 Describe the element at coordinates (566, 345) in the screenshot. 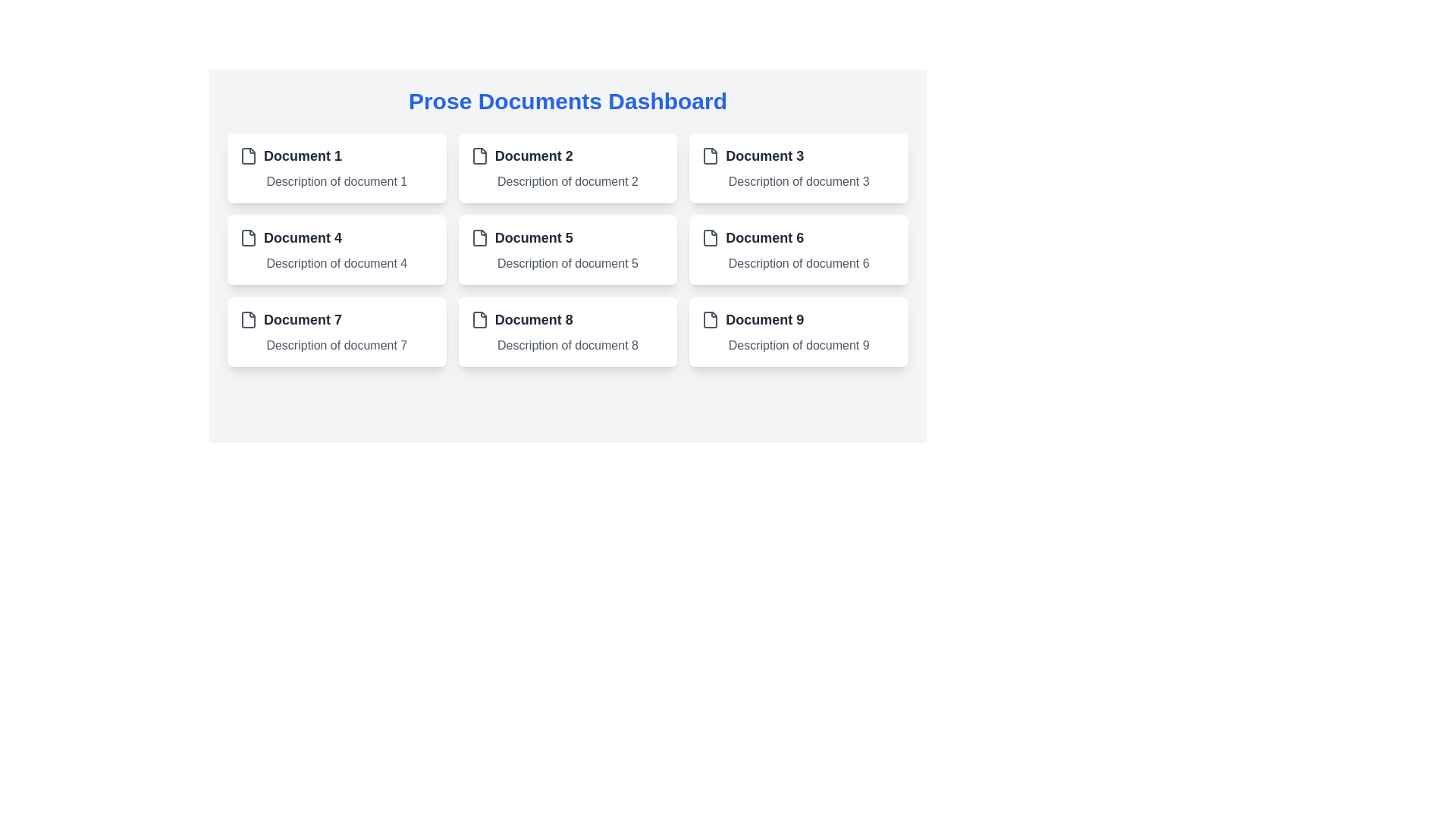

I see `the text label that contains 'Description of document 8', which is styled in gray and located below the header 'Document 8' within the eighth card in the grid layout` at that location.